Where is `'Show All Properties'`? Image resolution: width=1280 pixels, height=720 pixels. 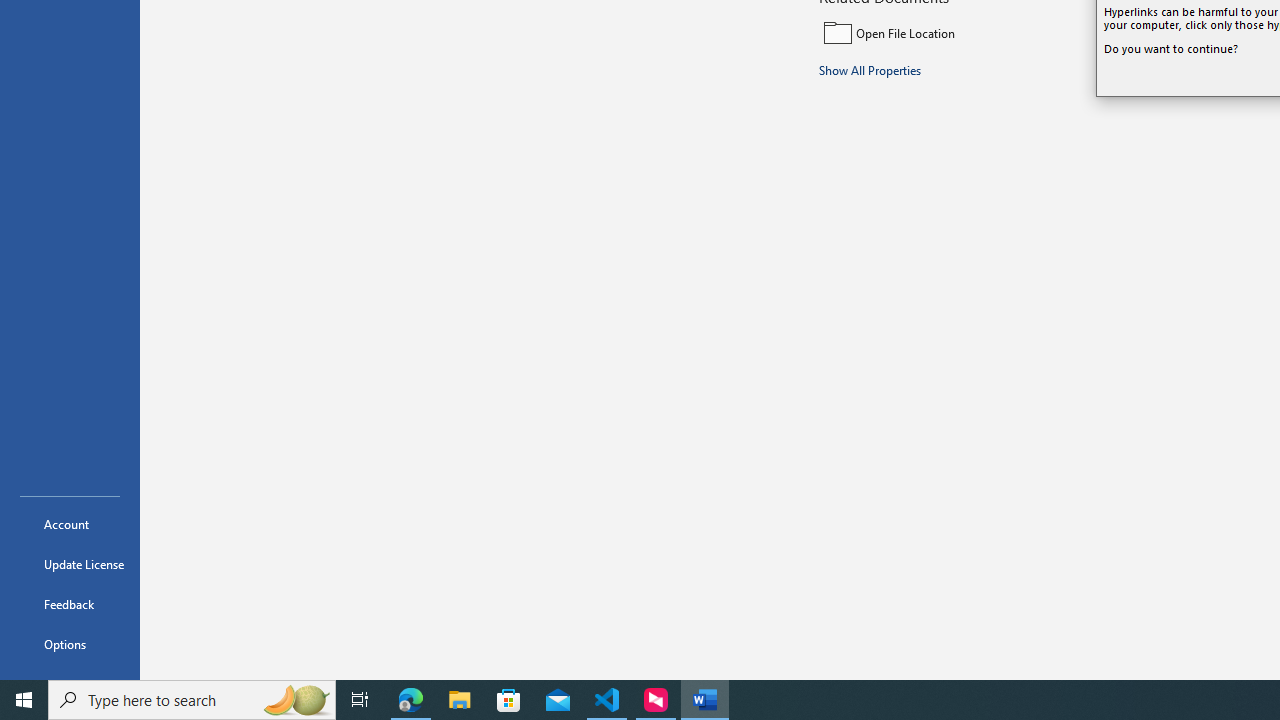
'Show All Properties' is located at coordinates (871, 68).